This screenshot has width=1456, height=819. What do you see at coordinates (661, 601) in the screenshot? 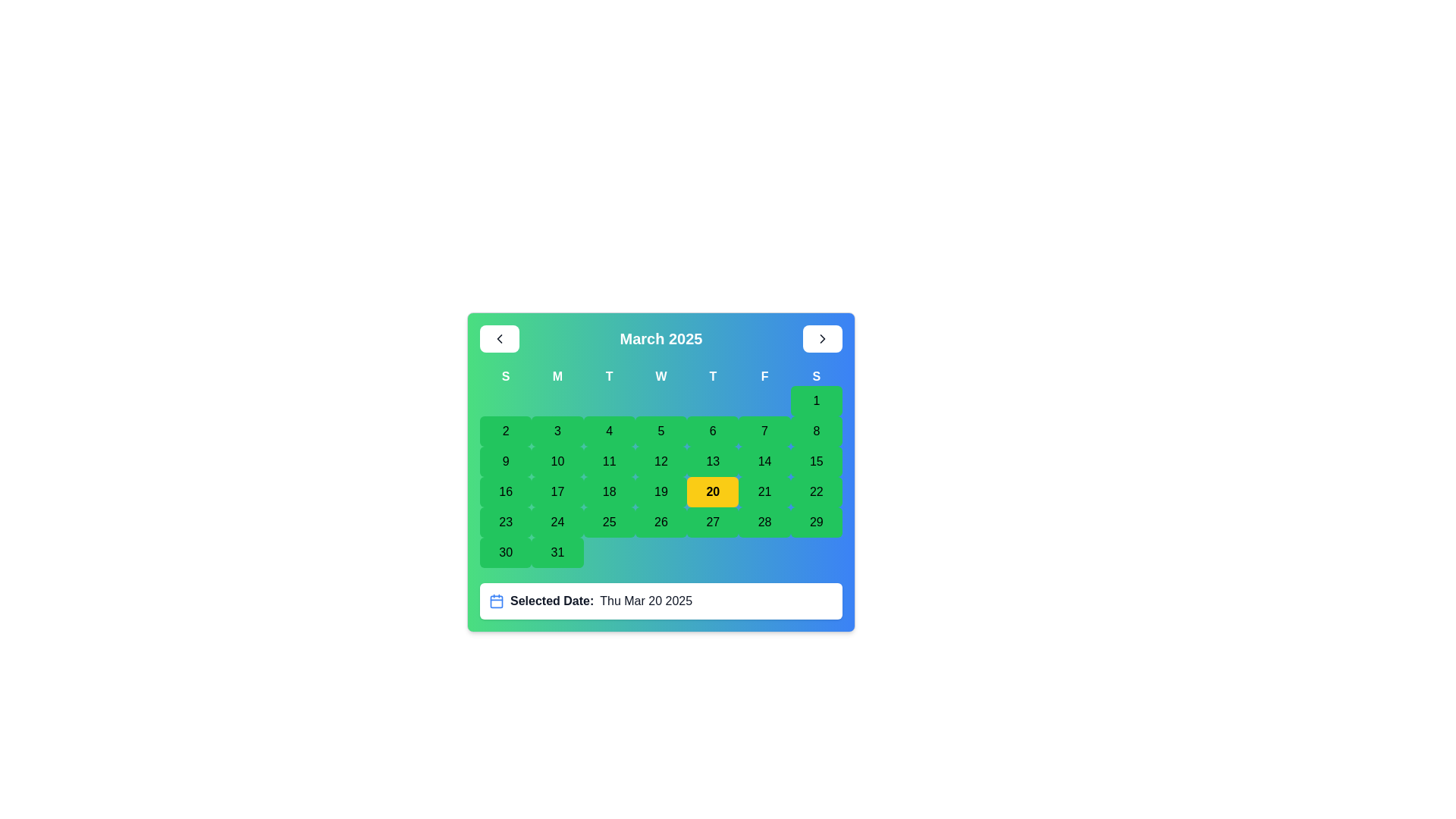
I see `the Text Label with Icon that displays the currently selected date from the calendar, located at the bottom of the interface under the calendar grid` at bounding box center [661, 601].